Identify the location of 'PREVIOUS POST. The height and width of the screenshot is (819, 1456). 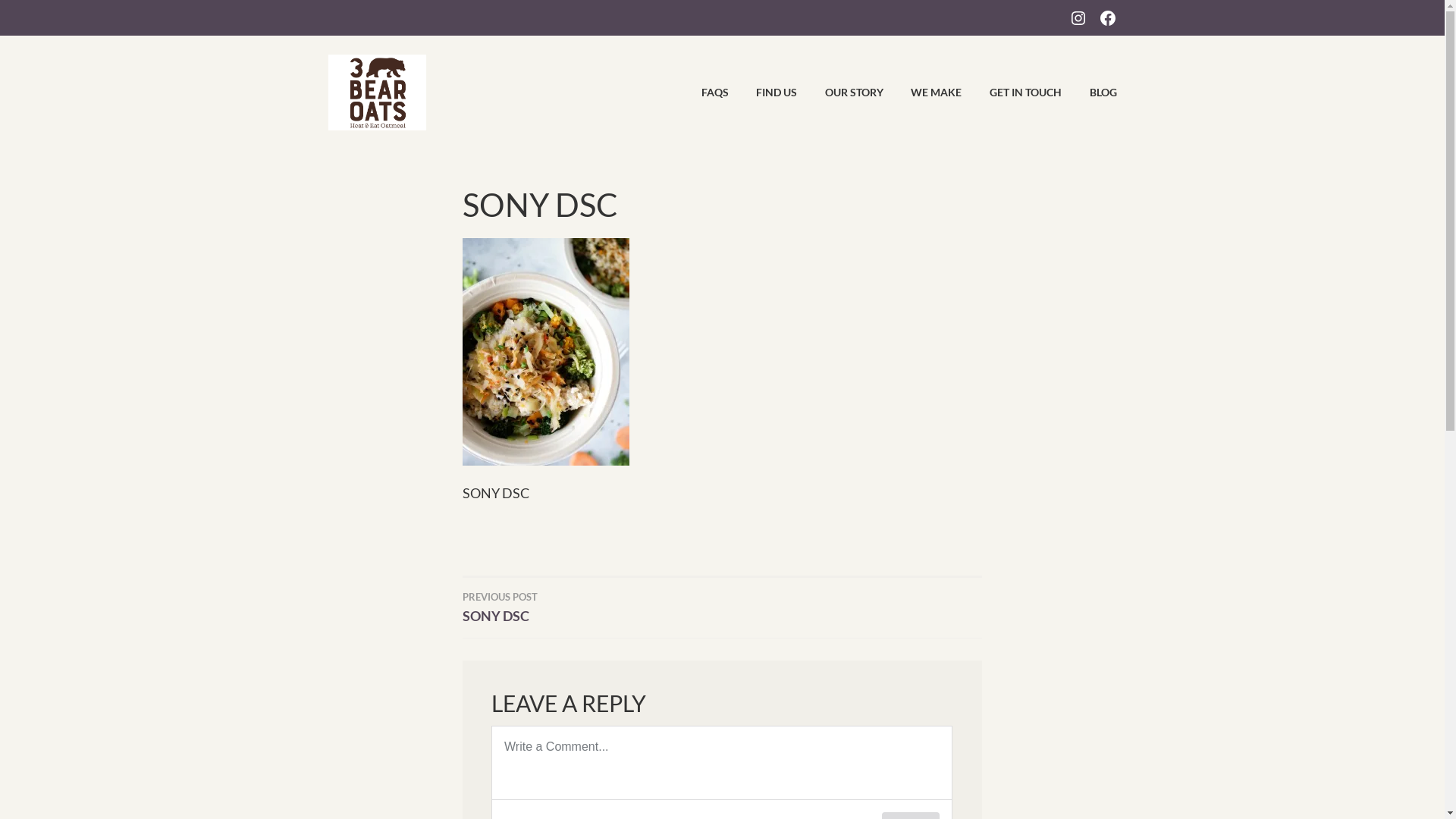
(591, 605).